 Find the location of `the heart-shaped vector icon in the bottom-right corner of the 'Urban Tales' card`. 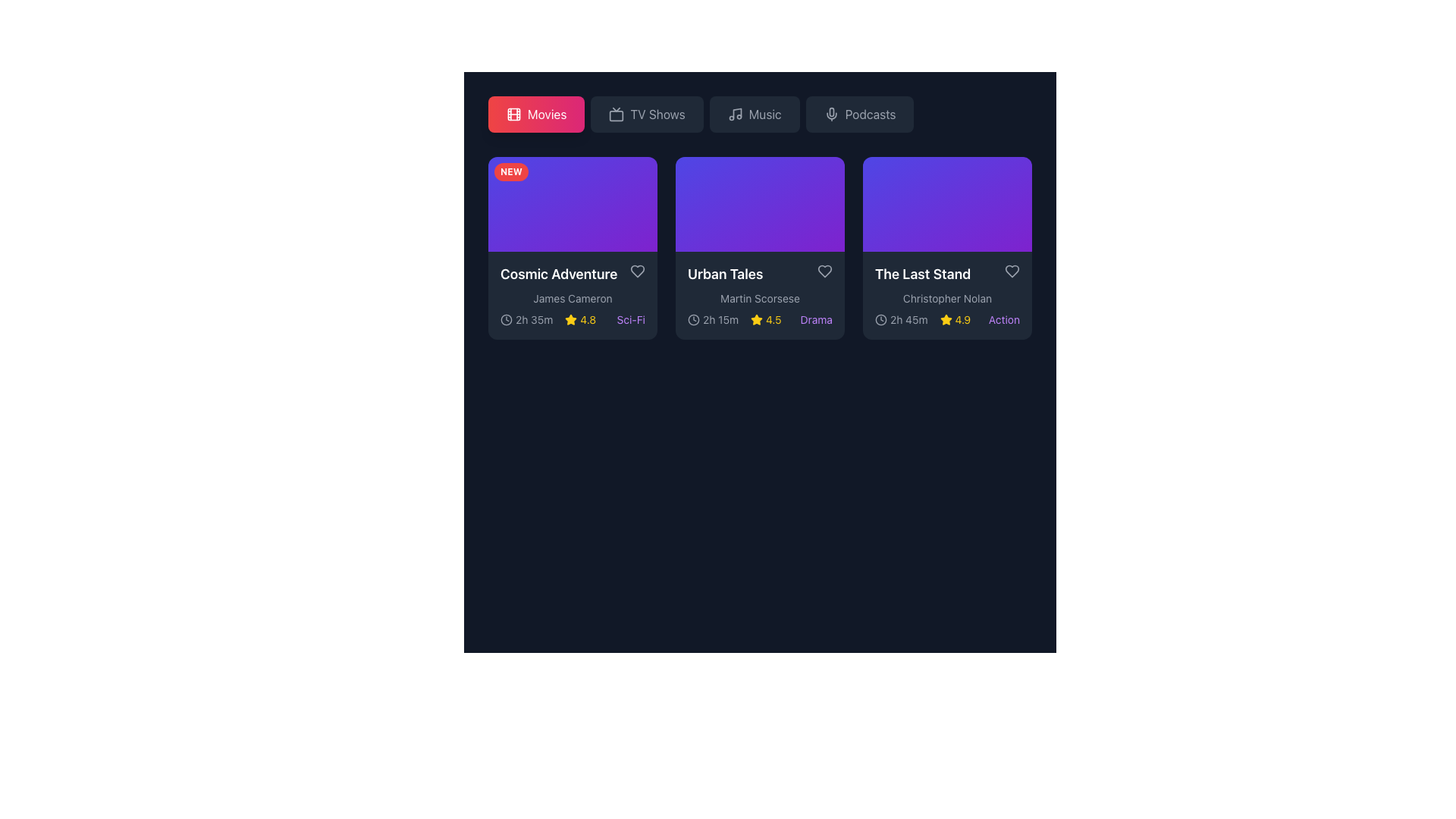

the heart-shaped vector icon in the bottom-right corner of the 'Urban Tales' card is located at coordinates (824, 271).